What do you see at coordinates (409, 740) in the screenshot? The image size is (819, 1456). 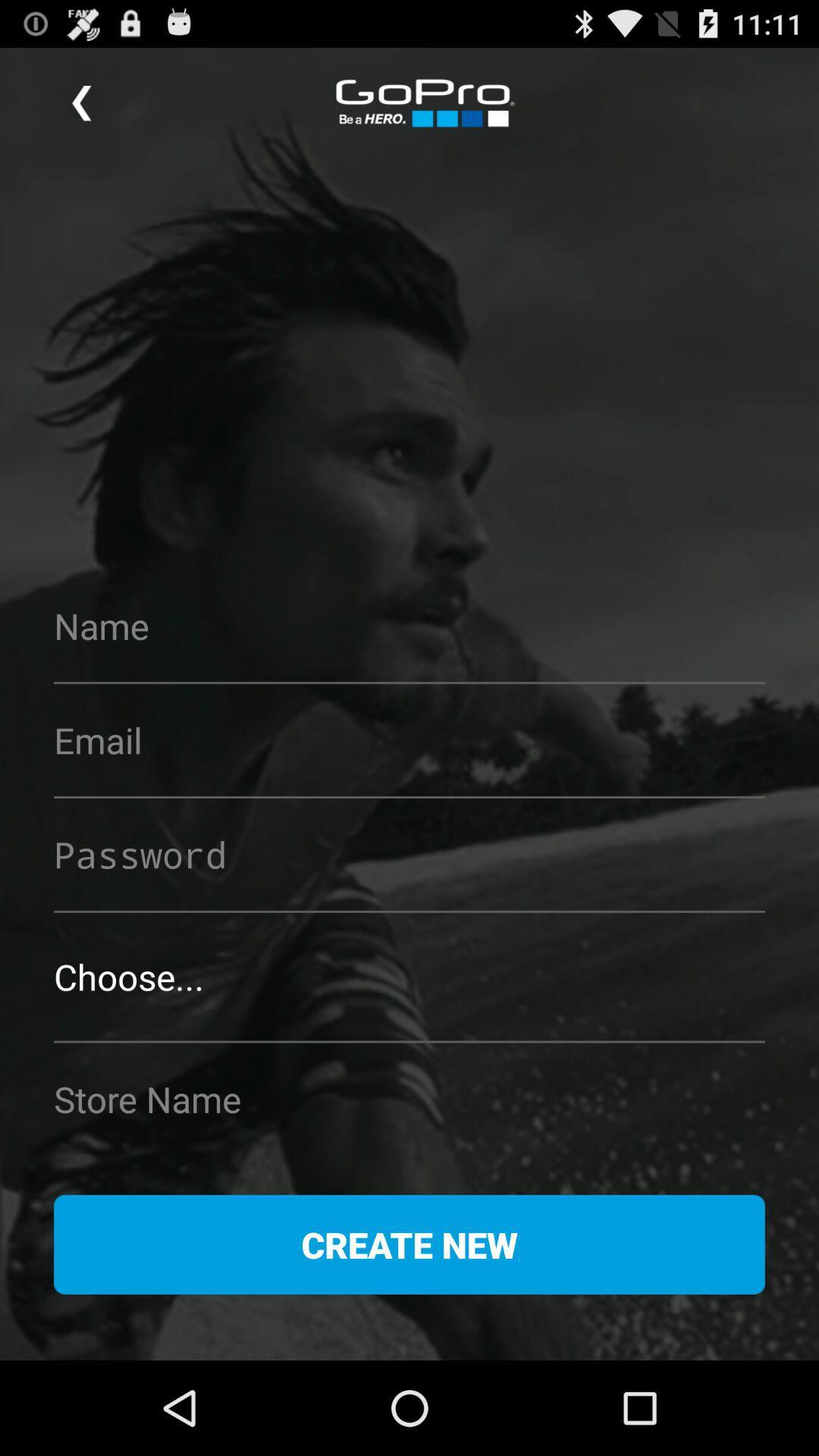 I see `input the email` at bounding box center [409, 740].